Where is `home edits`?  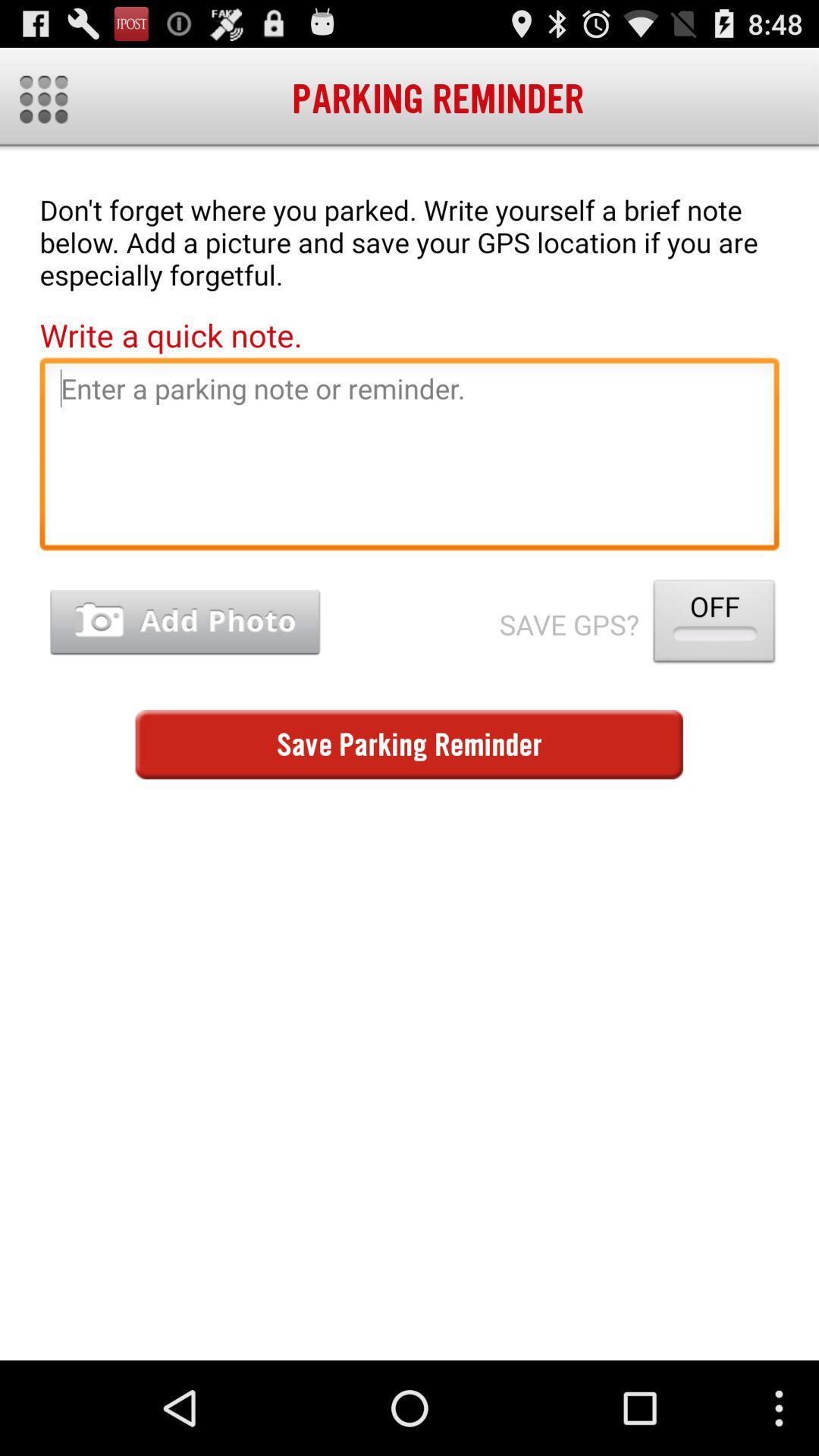 home edits is located at coordinates (42, 99).